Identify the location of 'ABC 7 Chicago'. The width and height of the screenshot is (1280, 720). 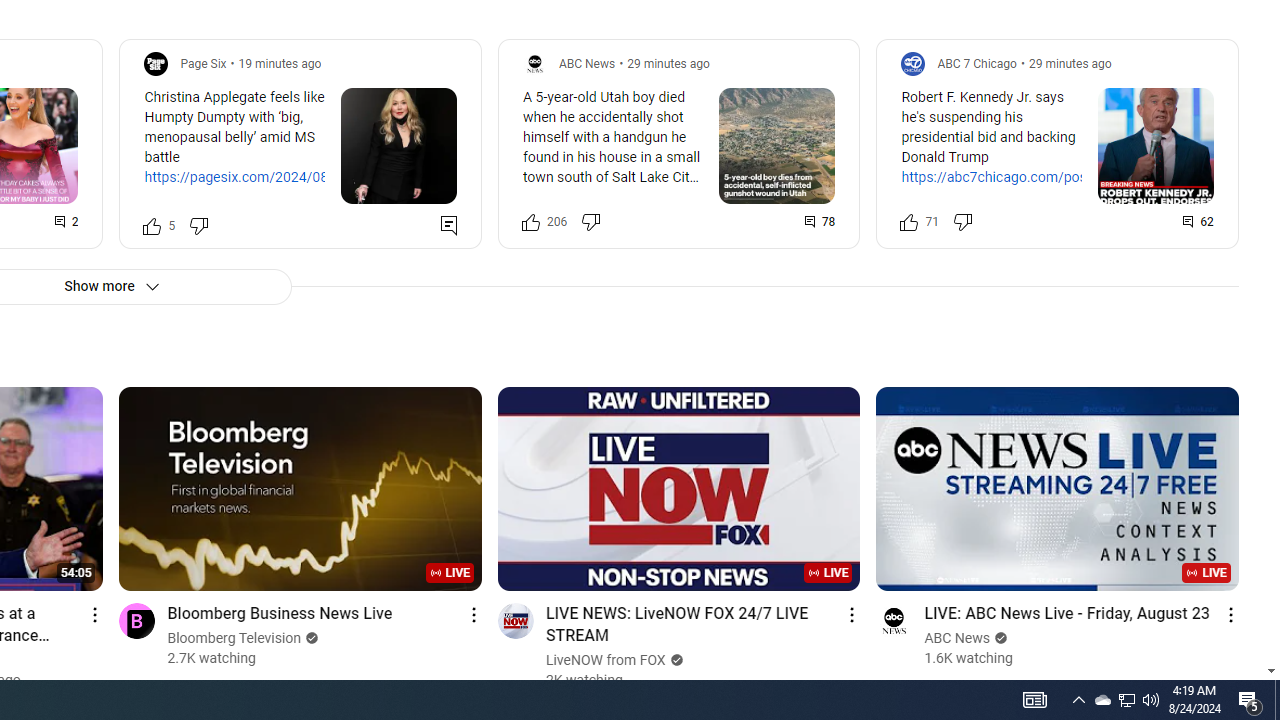
(977, 62).